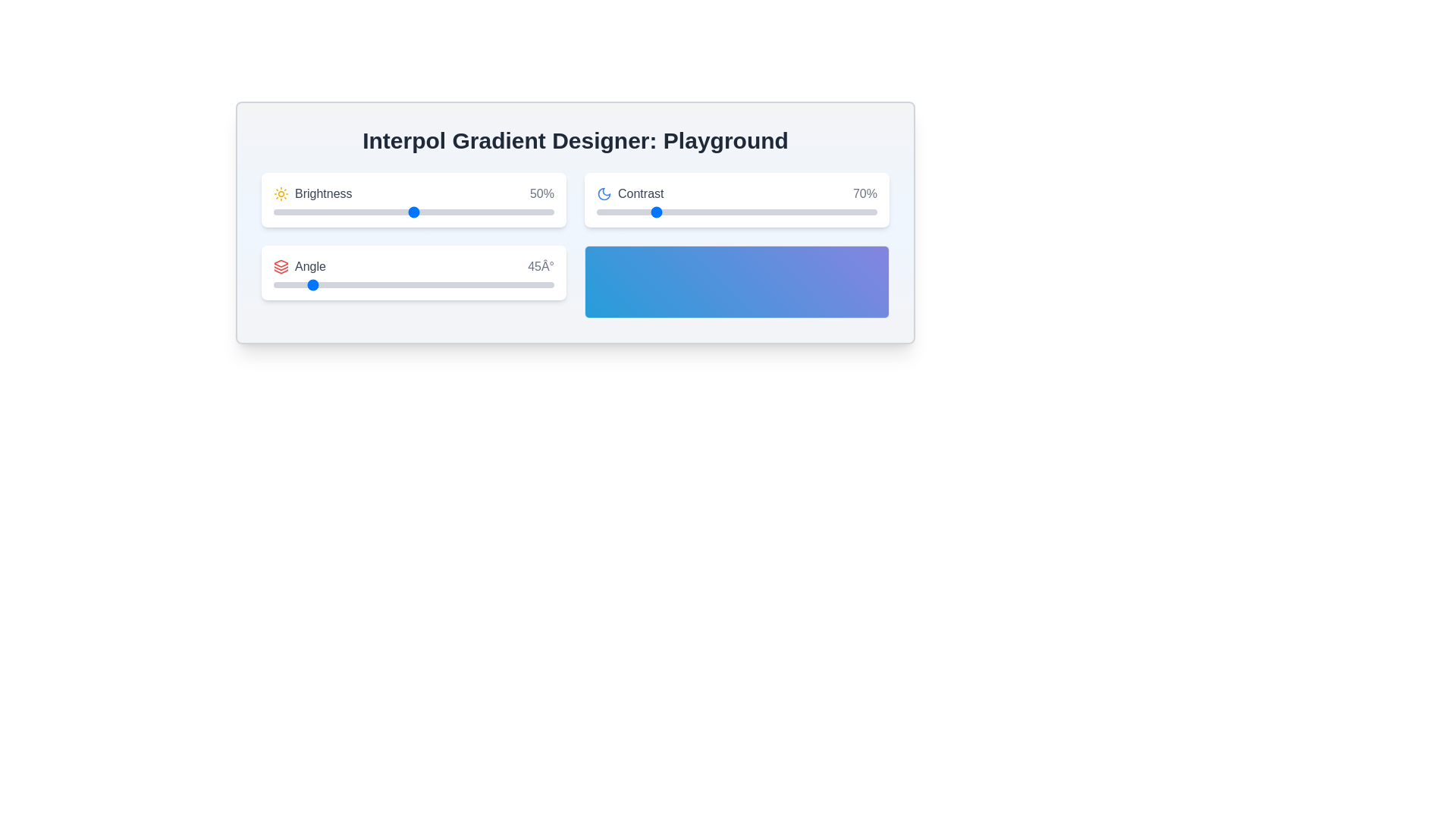  I want to click on the brightness icon located to the left of the 'Brightness' label in the interface, so click(281, 193).